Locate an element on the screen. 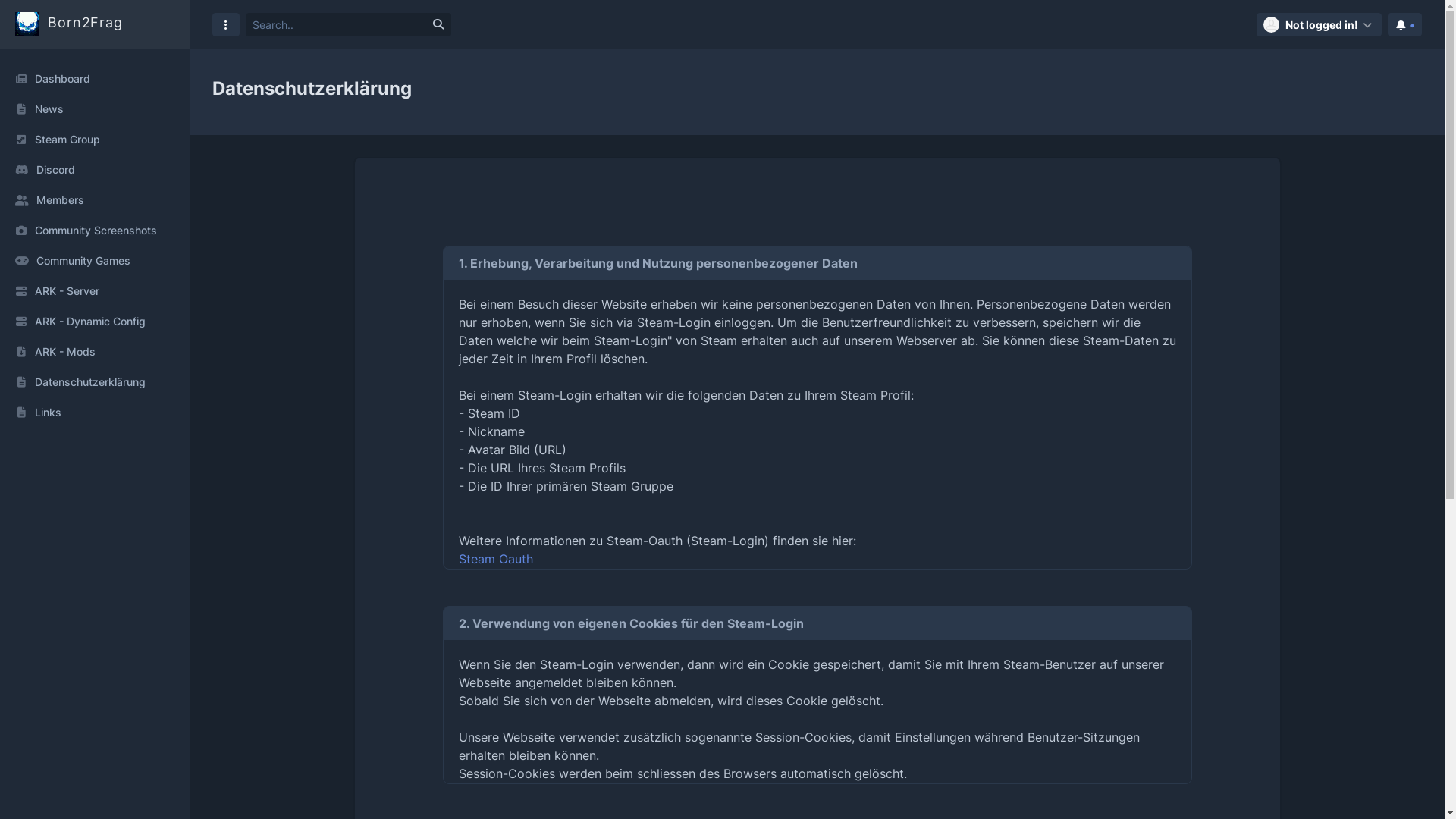 This screenshot has width=1456, height=819. 'ARK - Mods' is located at coordinates (93, 351).